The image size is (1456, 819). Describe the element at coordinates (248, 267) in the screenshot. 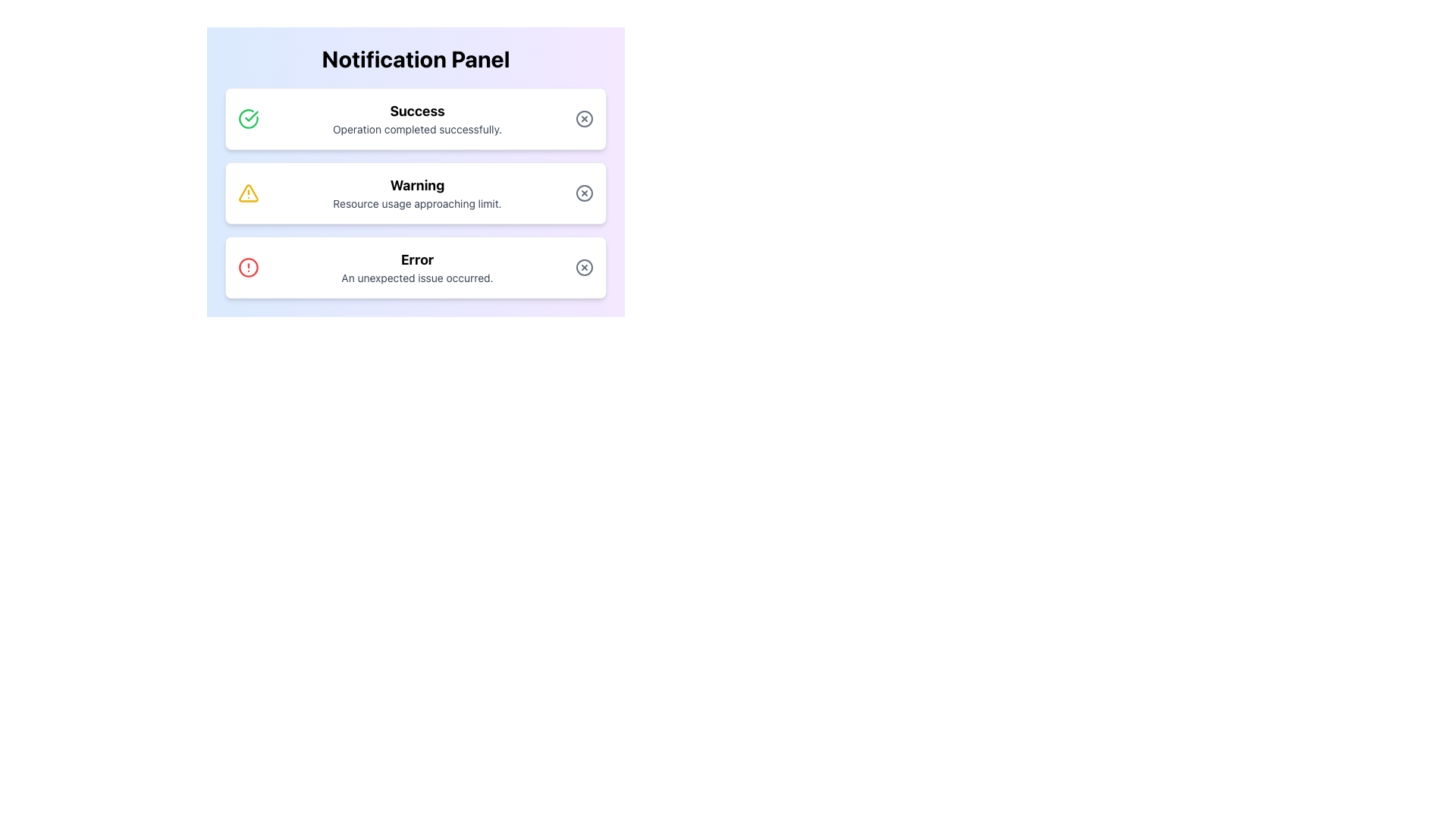

I see `the graphical icon located in the third notification card that indicates an 'Error' message` at that location.